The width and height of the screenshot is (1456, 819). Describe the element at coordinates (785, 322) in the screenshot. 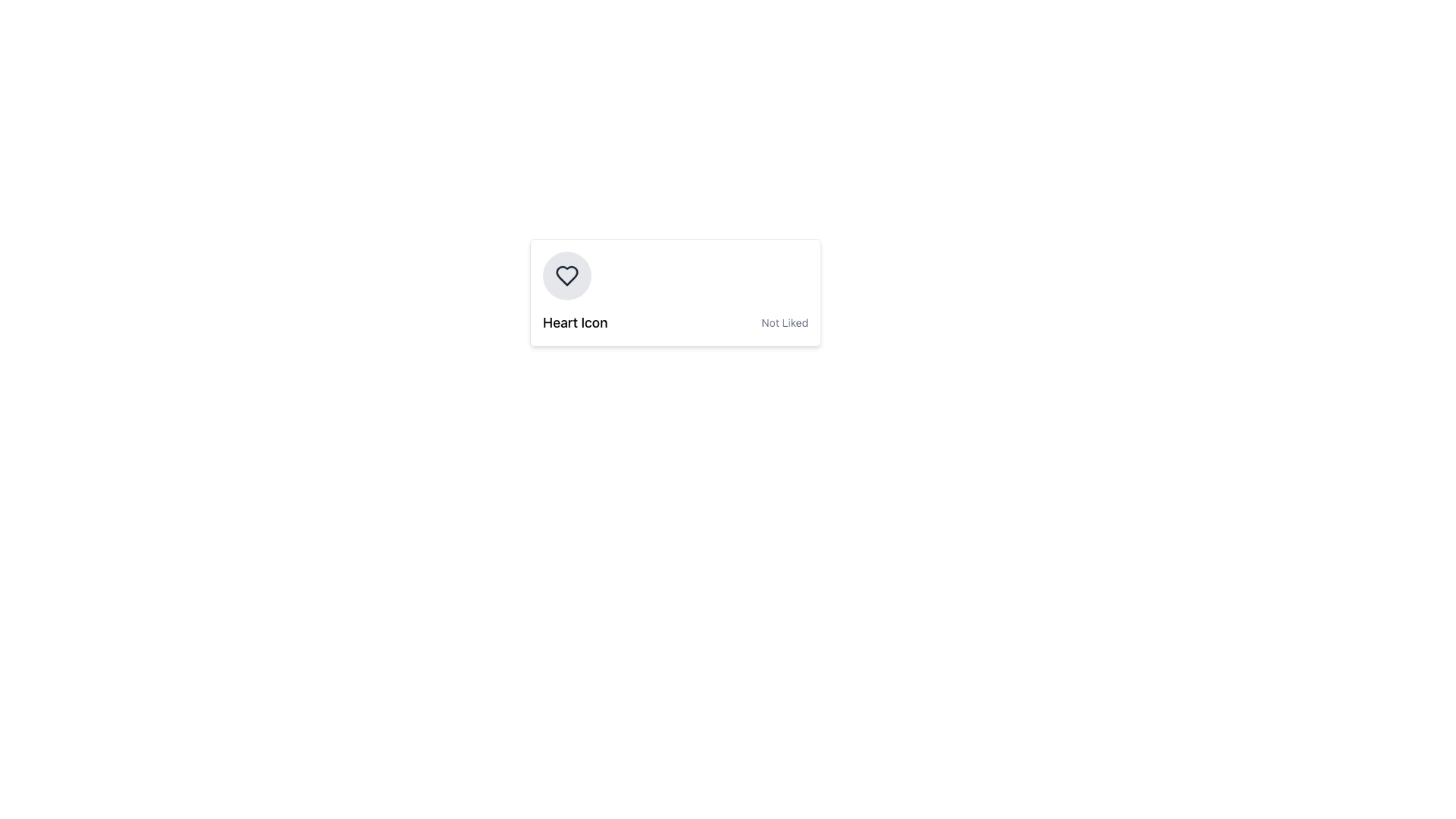

I see `the text label displaying 'Not Liked', which is aligned to the right of the 'Heart Icon'` at that location.